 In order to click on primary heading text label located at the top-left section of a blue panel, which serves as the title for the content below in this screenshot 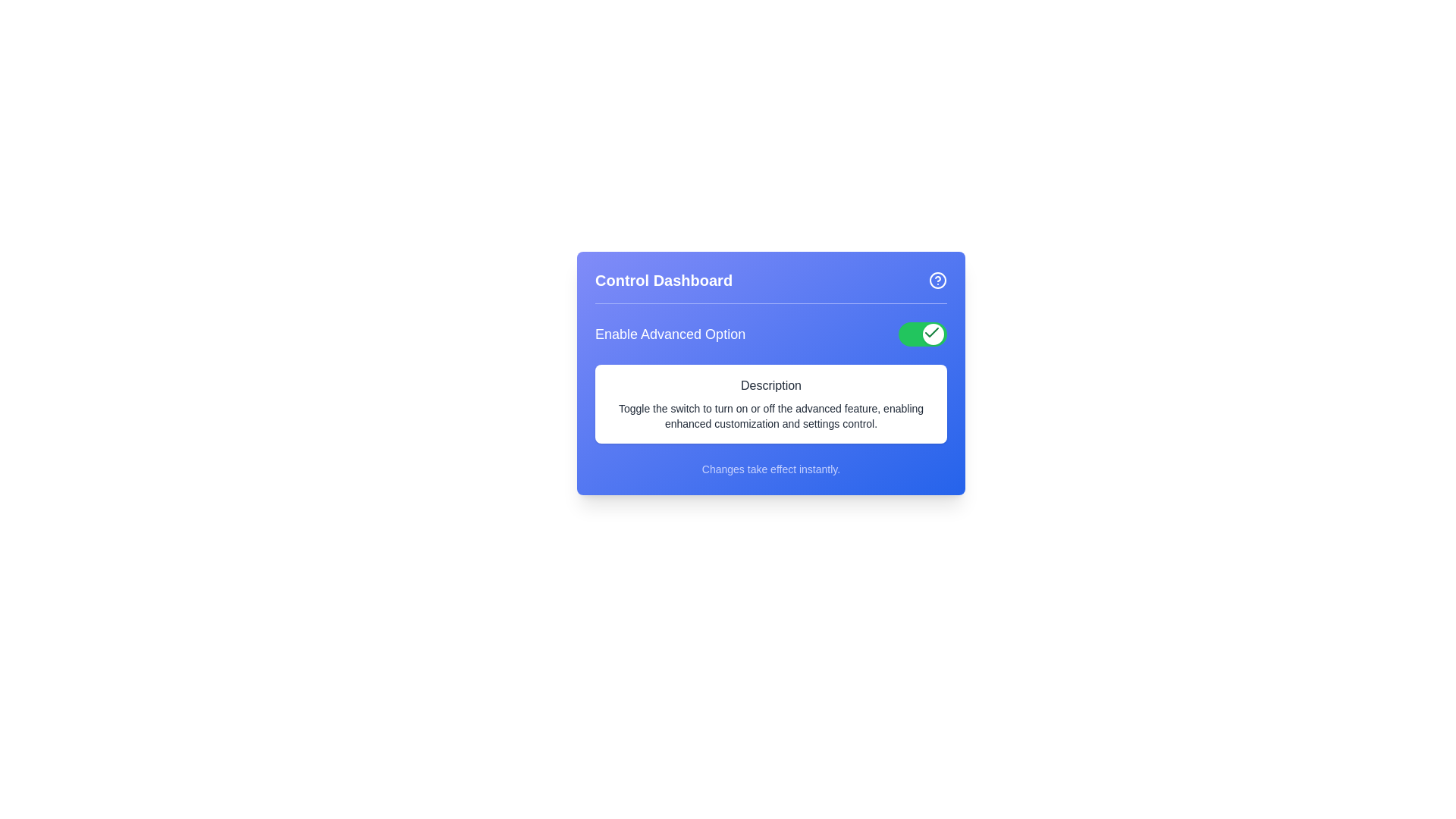, I will do `click(664, 281)`.